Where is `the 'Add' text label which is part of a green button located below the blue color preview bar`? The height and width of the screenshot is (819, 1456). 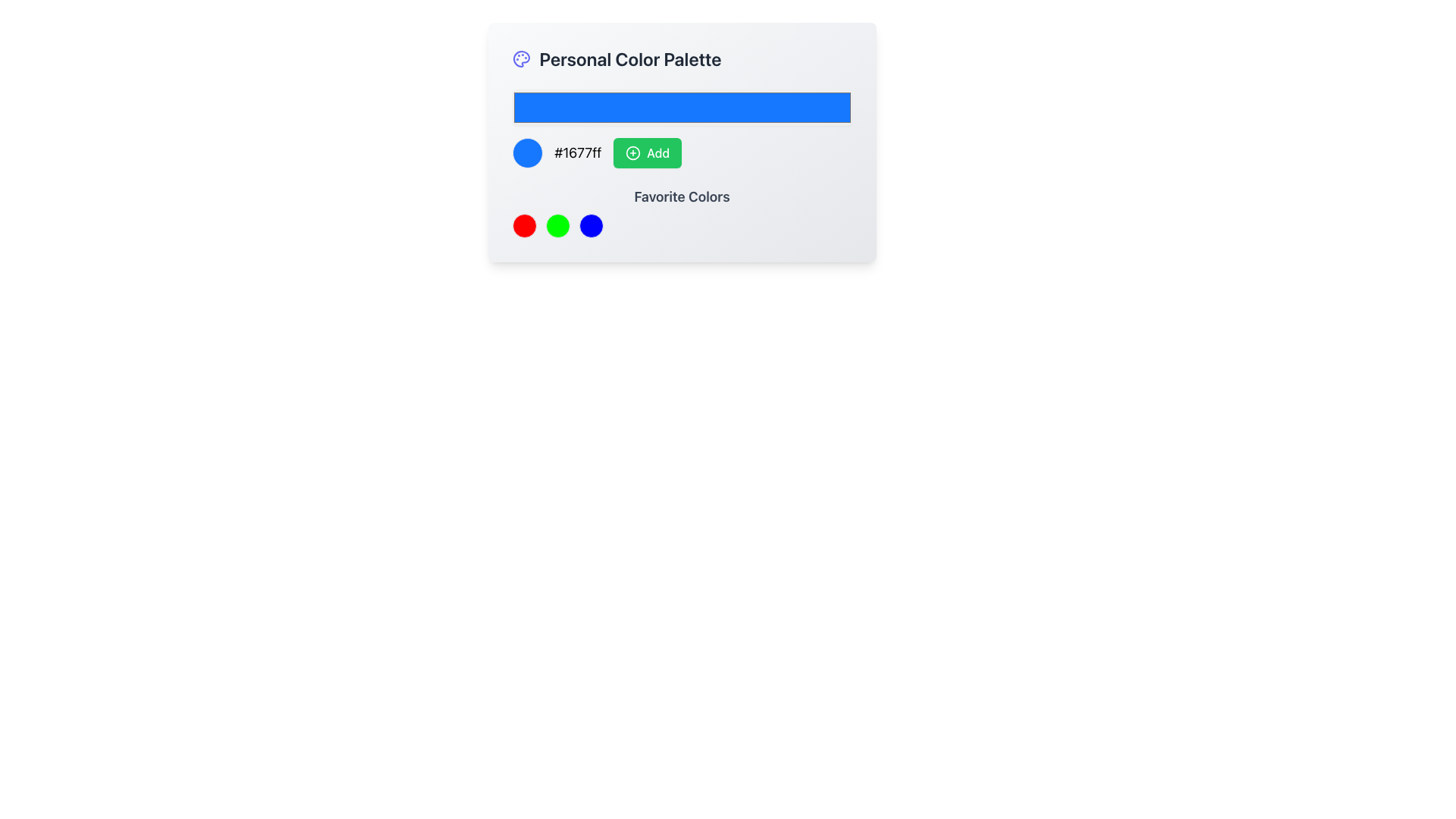
the 'Add' text label which is part of a green button located below the blue color preview bar is located at coordinates (658, 152).